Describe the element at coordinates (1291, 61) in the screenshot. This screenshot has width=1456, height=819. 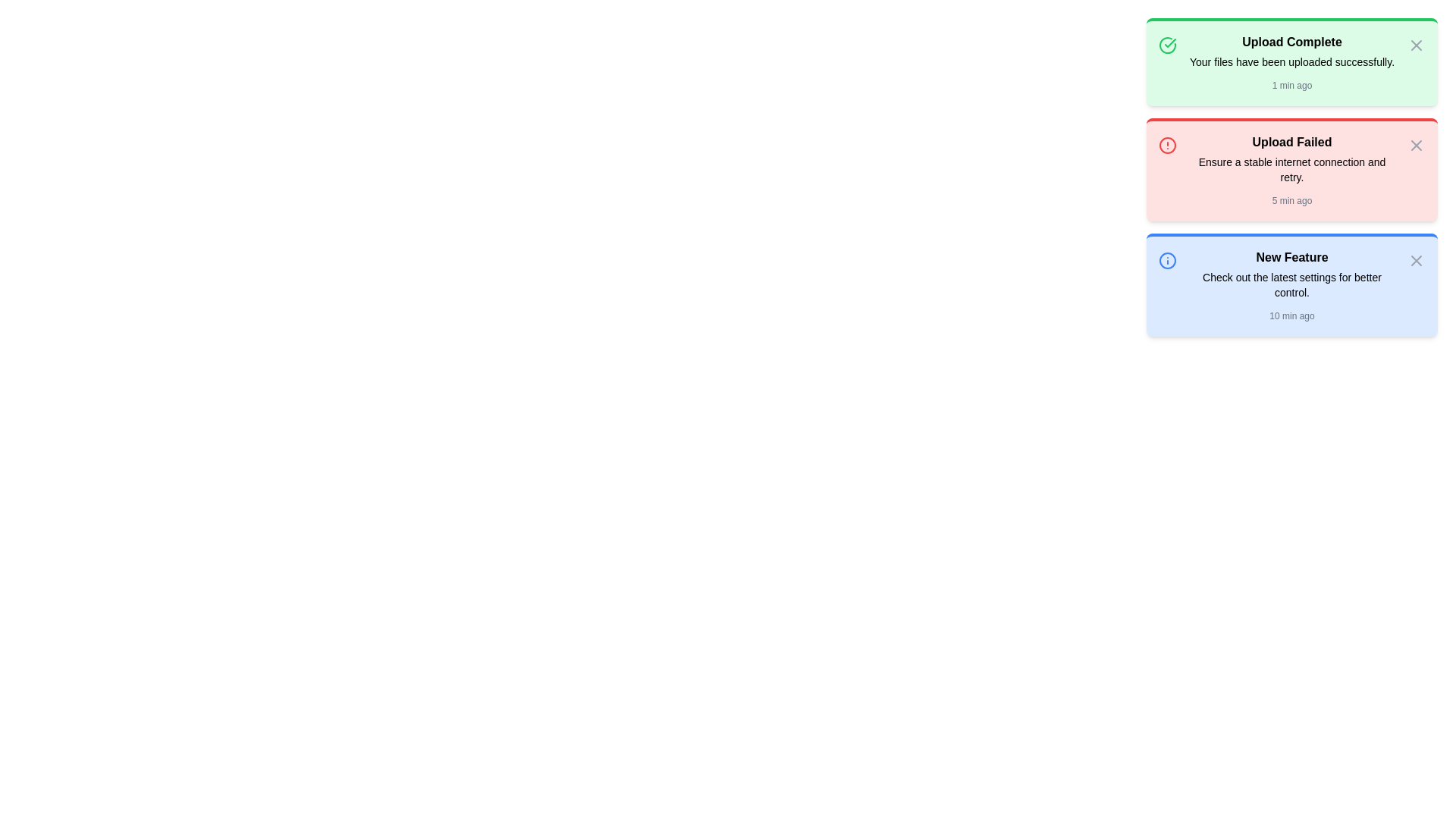
I see `the static text displaying 'Your files have been uploaded successfully.' which is located within the green notification card under the header 'Upload Complete'` at that location.